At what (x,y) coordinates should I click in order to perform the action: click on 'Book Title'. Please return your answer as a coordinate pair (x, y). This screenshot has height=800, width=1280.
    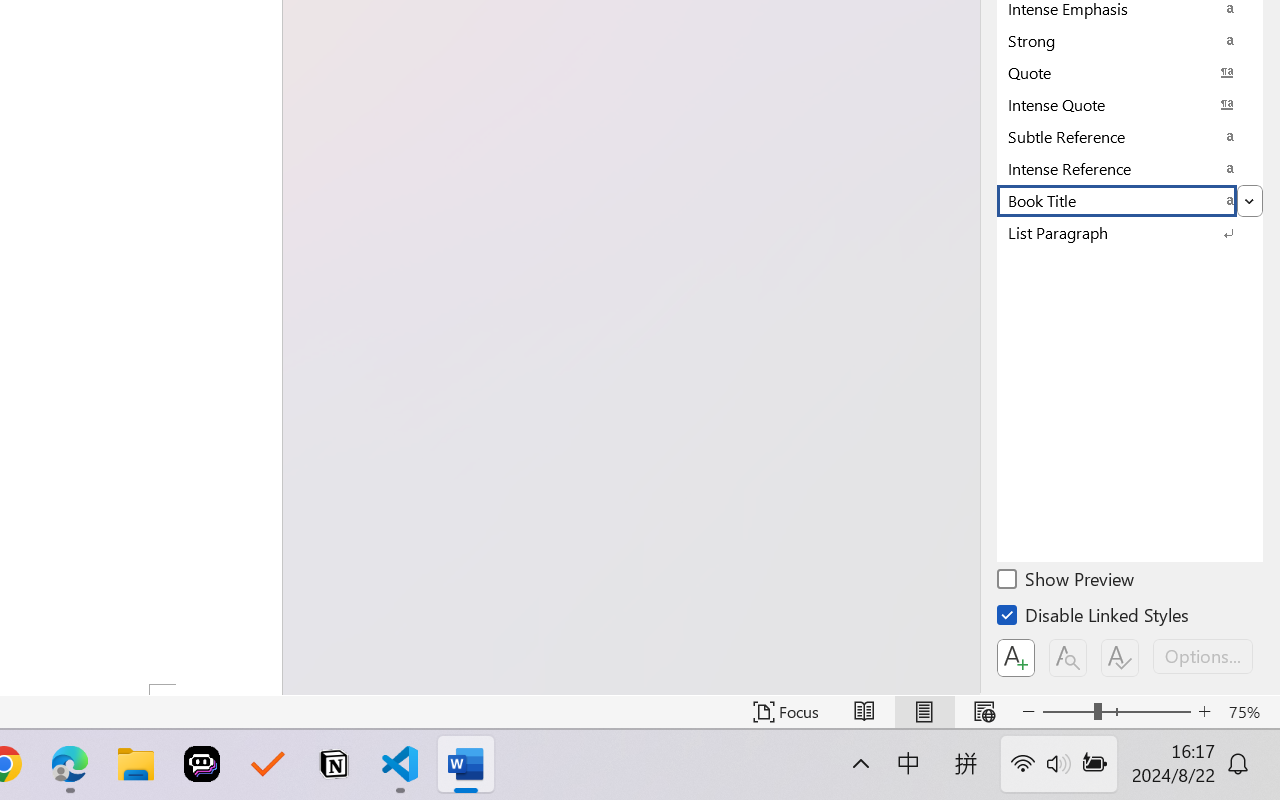
    Looking at the image, I should click on (1130, 200).